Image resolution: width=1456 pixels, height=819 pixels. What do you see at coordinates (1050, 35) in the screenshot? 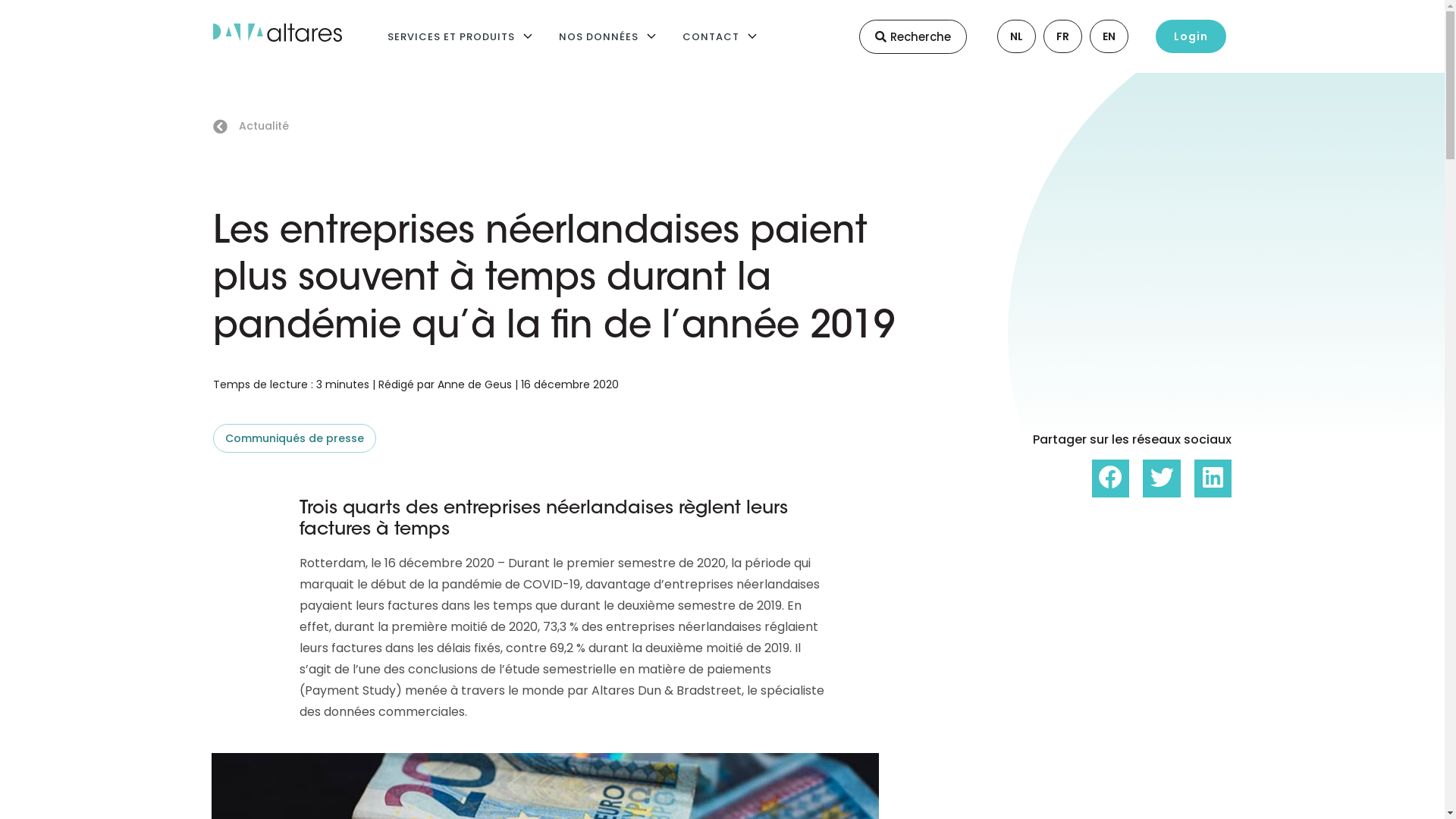
I see `'FR'` at bounding box center [1050, 35].